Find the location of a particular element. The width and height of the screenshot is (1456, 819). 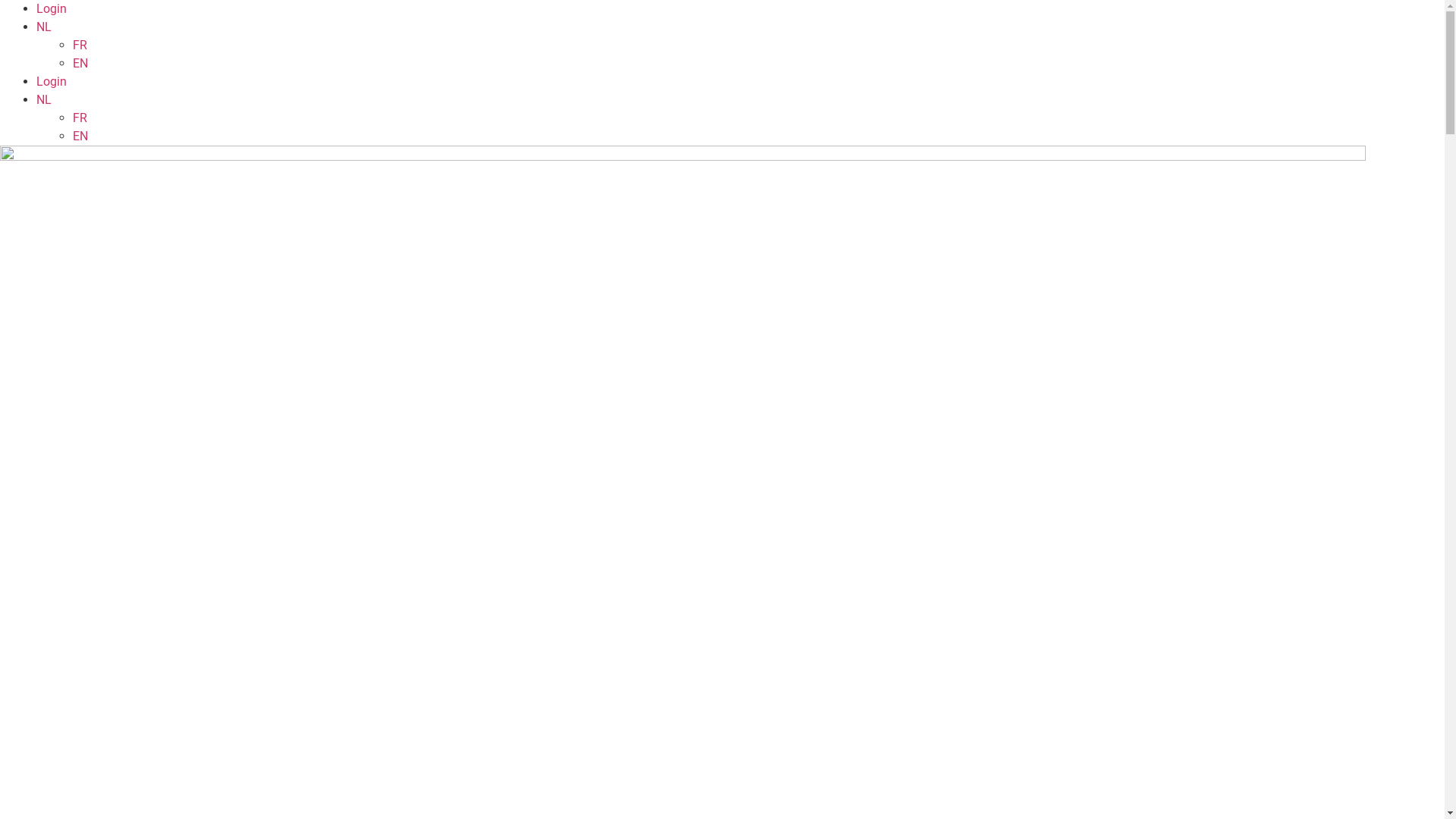

'FR' is located at coordinates (72, 44).